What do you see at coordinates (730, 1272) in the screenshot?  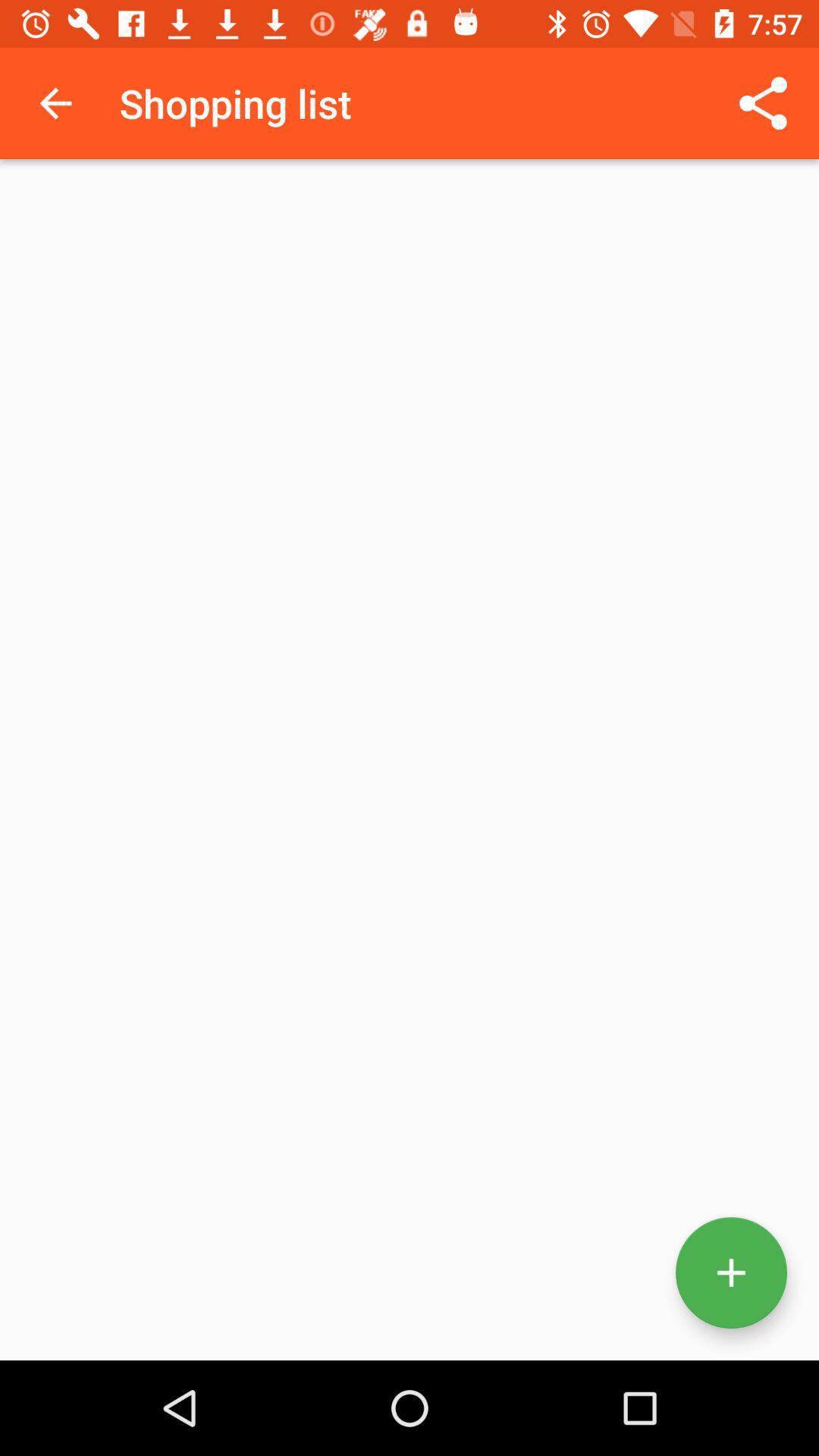 I see `new item` at bounding box center [730, 1272].